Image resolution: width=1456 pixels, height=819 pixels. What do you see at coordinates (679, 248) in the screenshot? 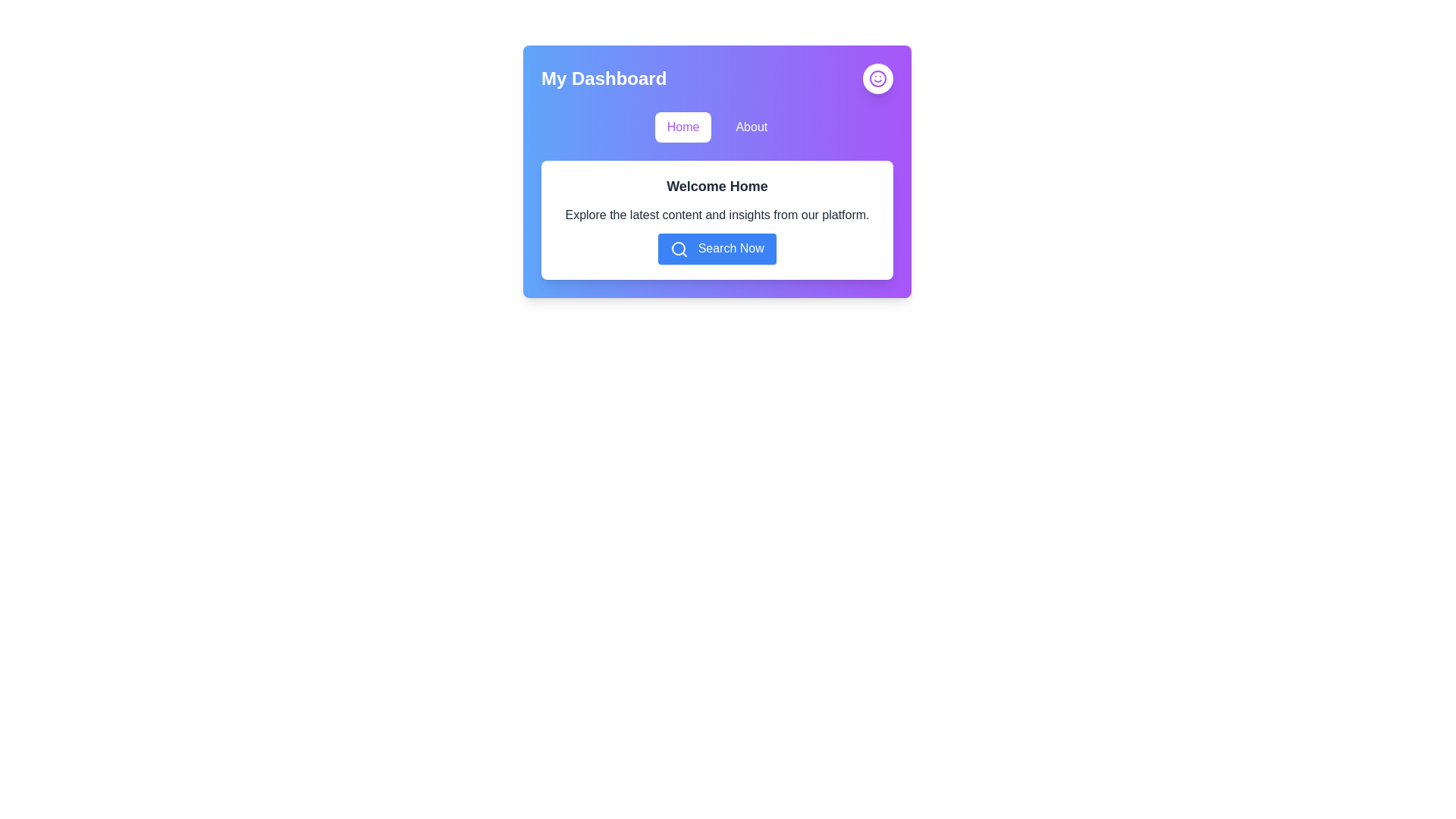
I see `the 'Search Now' button which contains a circular magnifying glass icon to initiate a search action` at bounding box center [679, 248].